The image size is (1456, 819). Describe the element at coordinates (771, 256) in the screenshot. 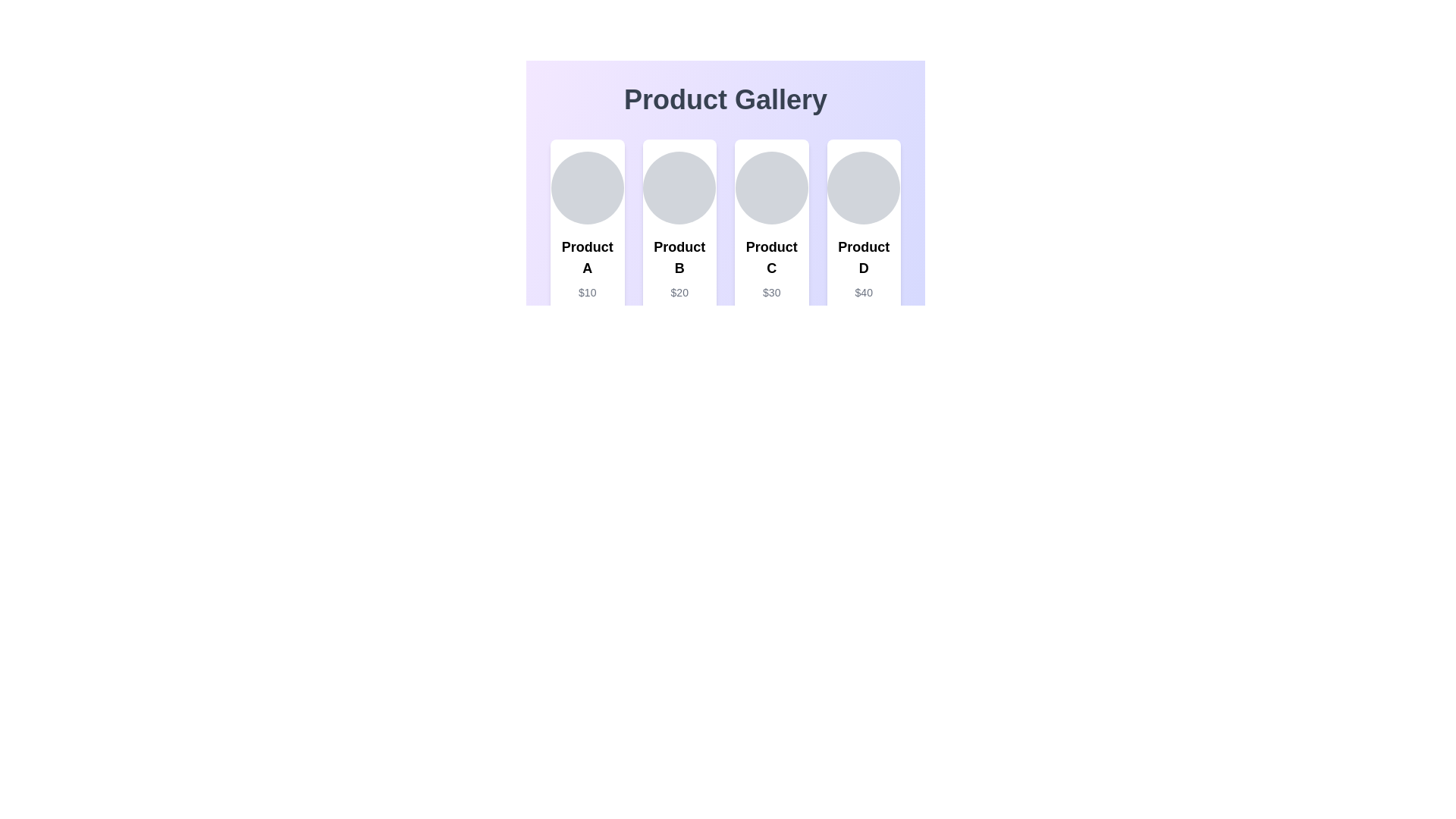

I see `the text label displaying the product name, located in the third column of product cards, positioned under a circular placeholder and above the price text '$30'` at that location.